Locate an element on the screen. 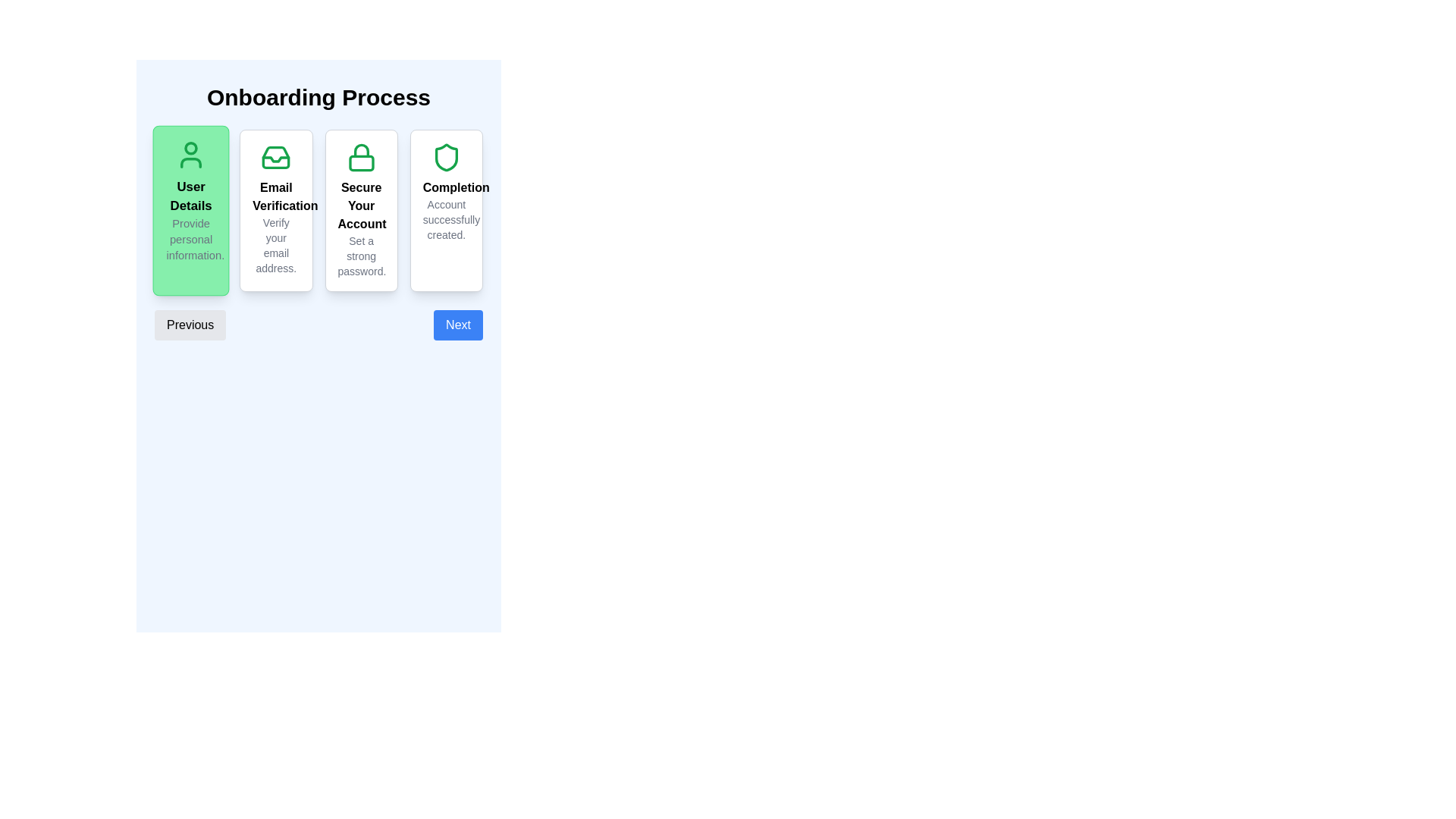  the email verification icon located in the second step of the onboarding process card, positioned above the descriptive text is located at coordinates (276, 158).